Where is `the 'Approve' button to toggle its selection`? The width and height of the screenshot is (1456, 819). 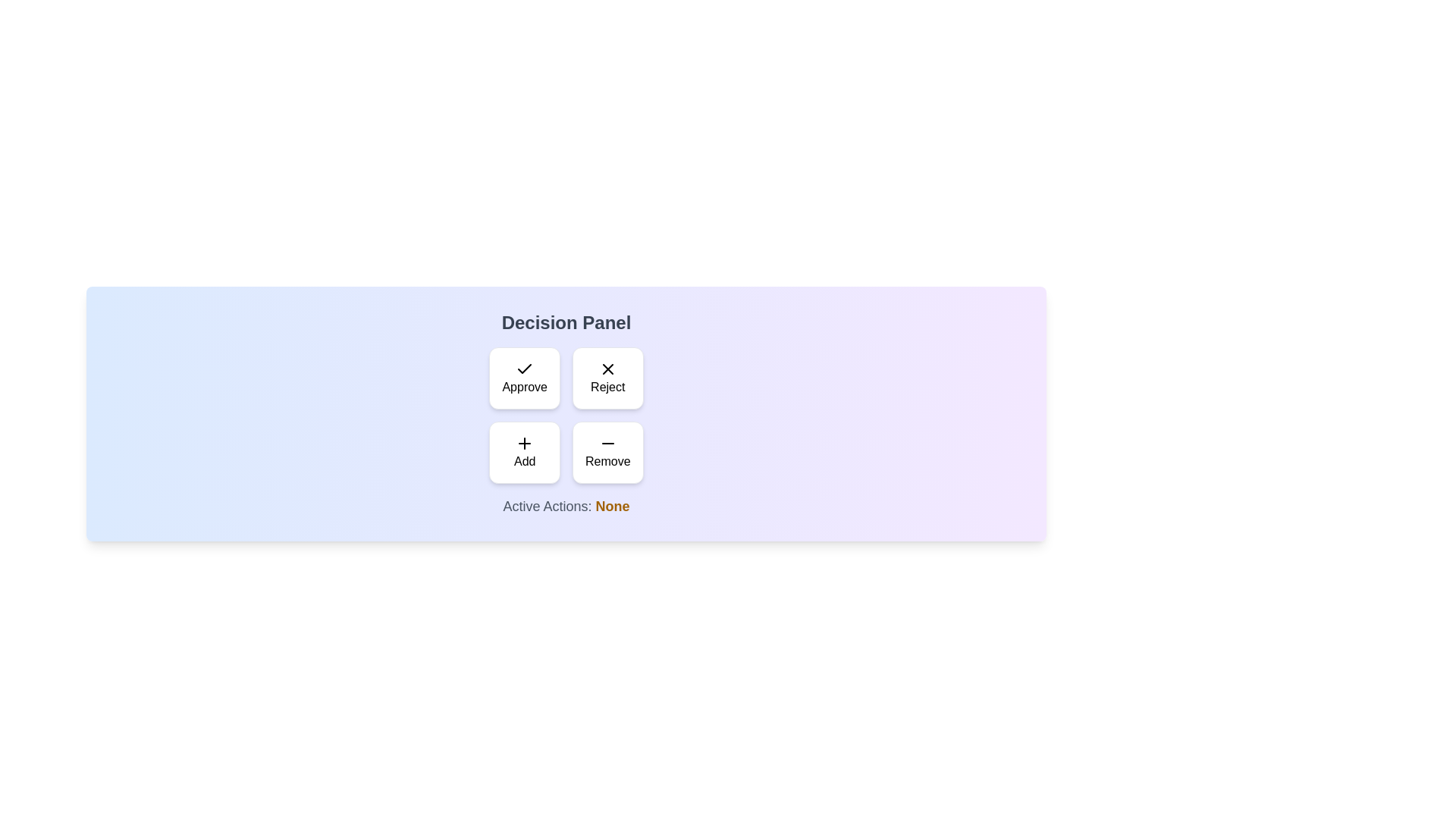 the 'Approve' button to toggle its selection is located at coordinates (524, 377).